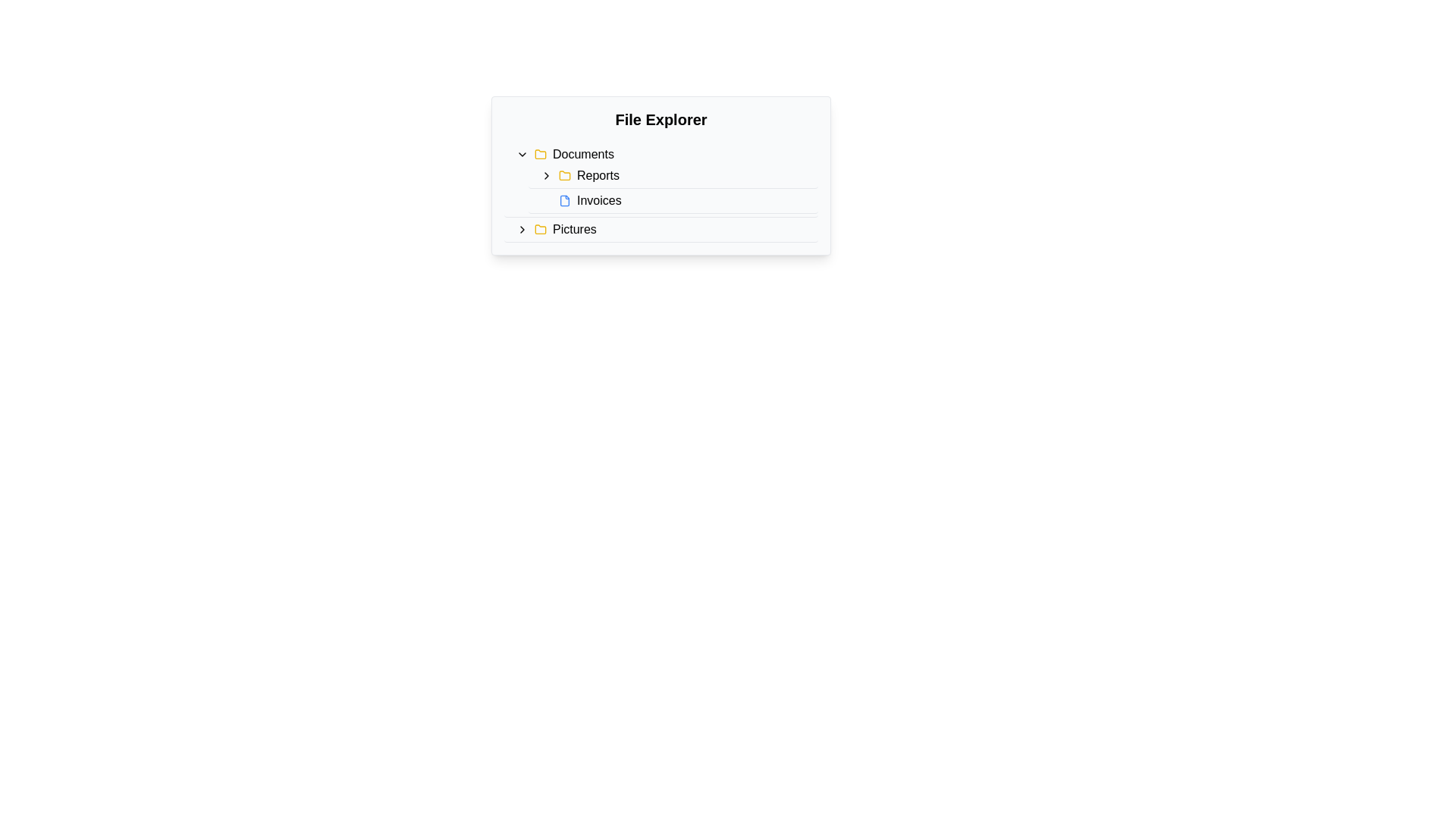 The image size is (1456, 819). Describe the element at coordinates (541, 155) in the screenshot. I see `the 'Documents' folder icon located to the left of the 'Documents' label in the 'File Explorer' interface` at that location.